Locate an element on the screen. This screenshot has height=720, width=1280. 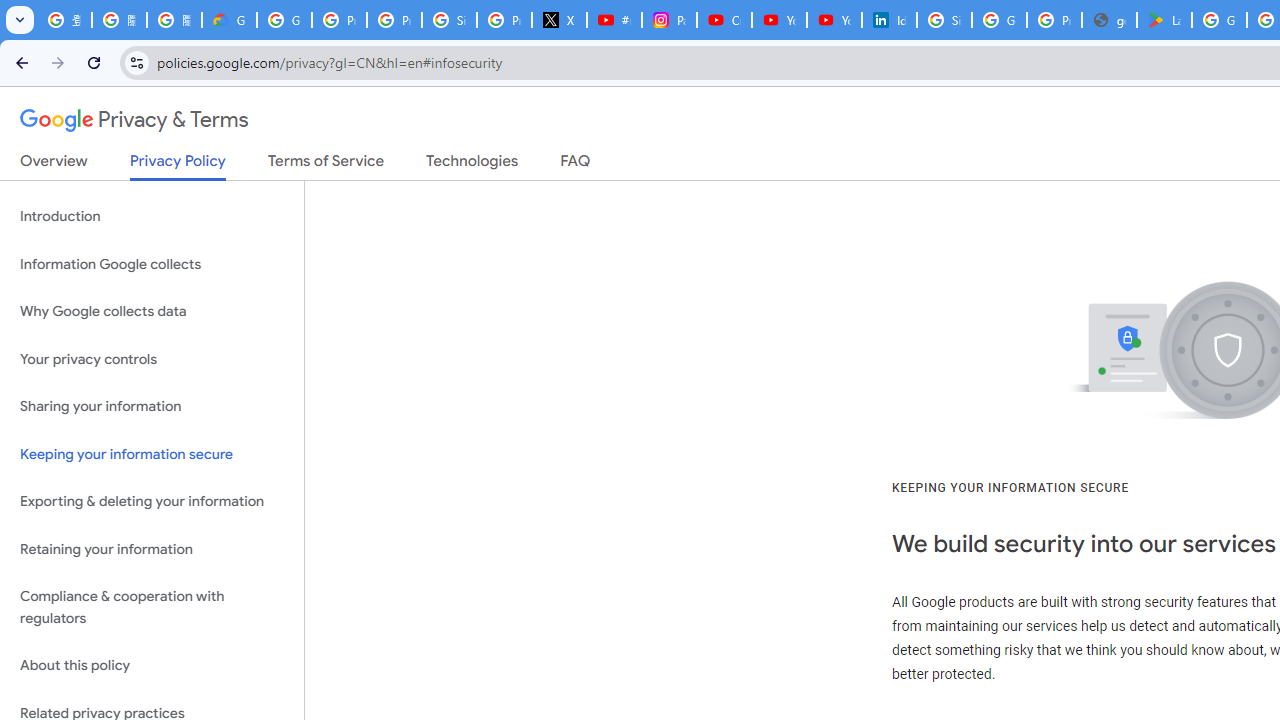
'Your privacy controls' is located at coordinates (151, 358).